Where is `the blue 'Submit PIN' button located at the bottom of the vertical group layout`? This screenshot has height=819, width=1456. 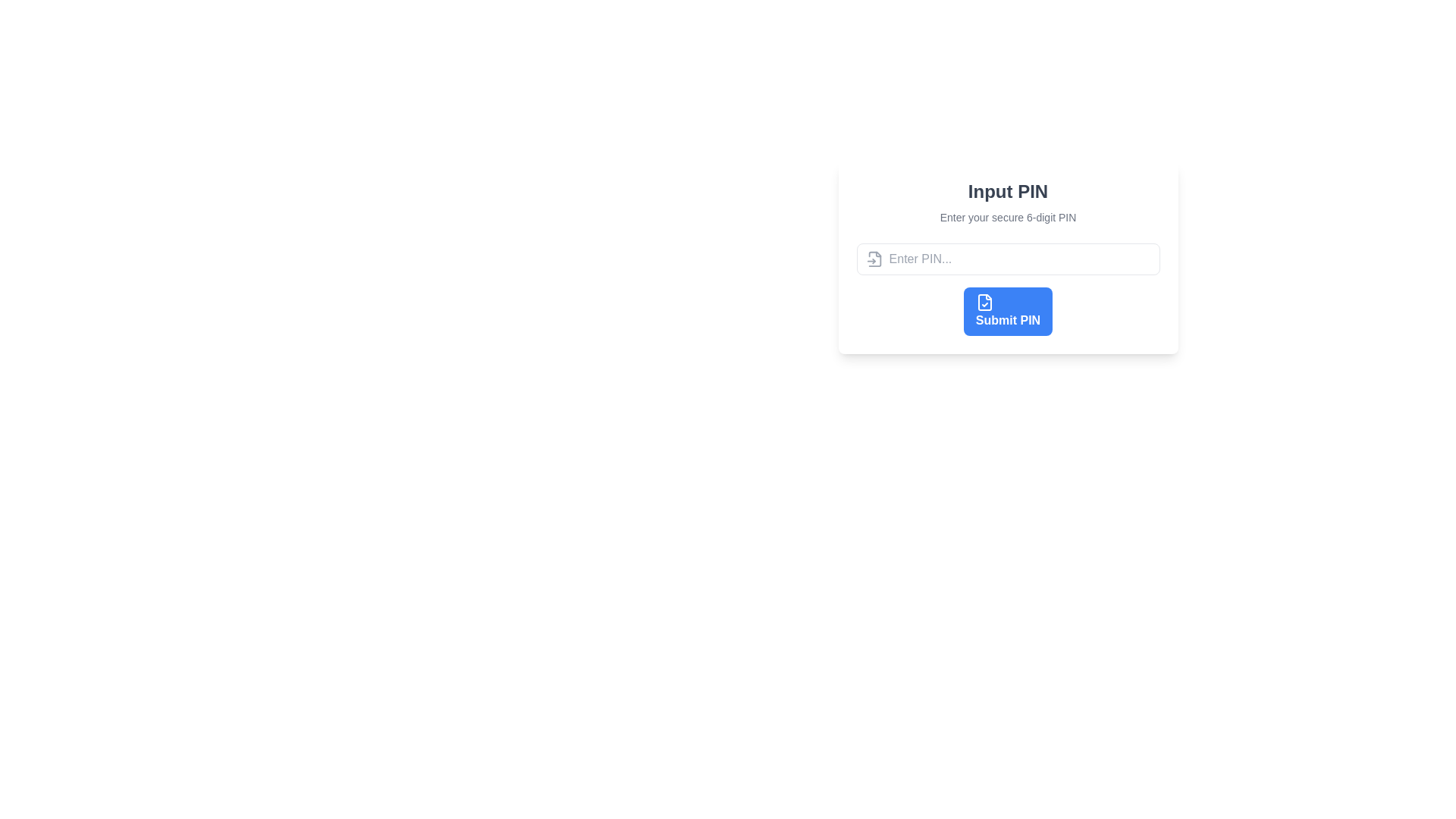
the blue 'Submit PIN' button located at the bottom of the vertical group layout is located at coordinates (1008, 311).